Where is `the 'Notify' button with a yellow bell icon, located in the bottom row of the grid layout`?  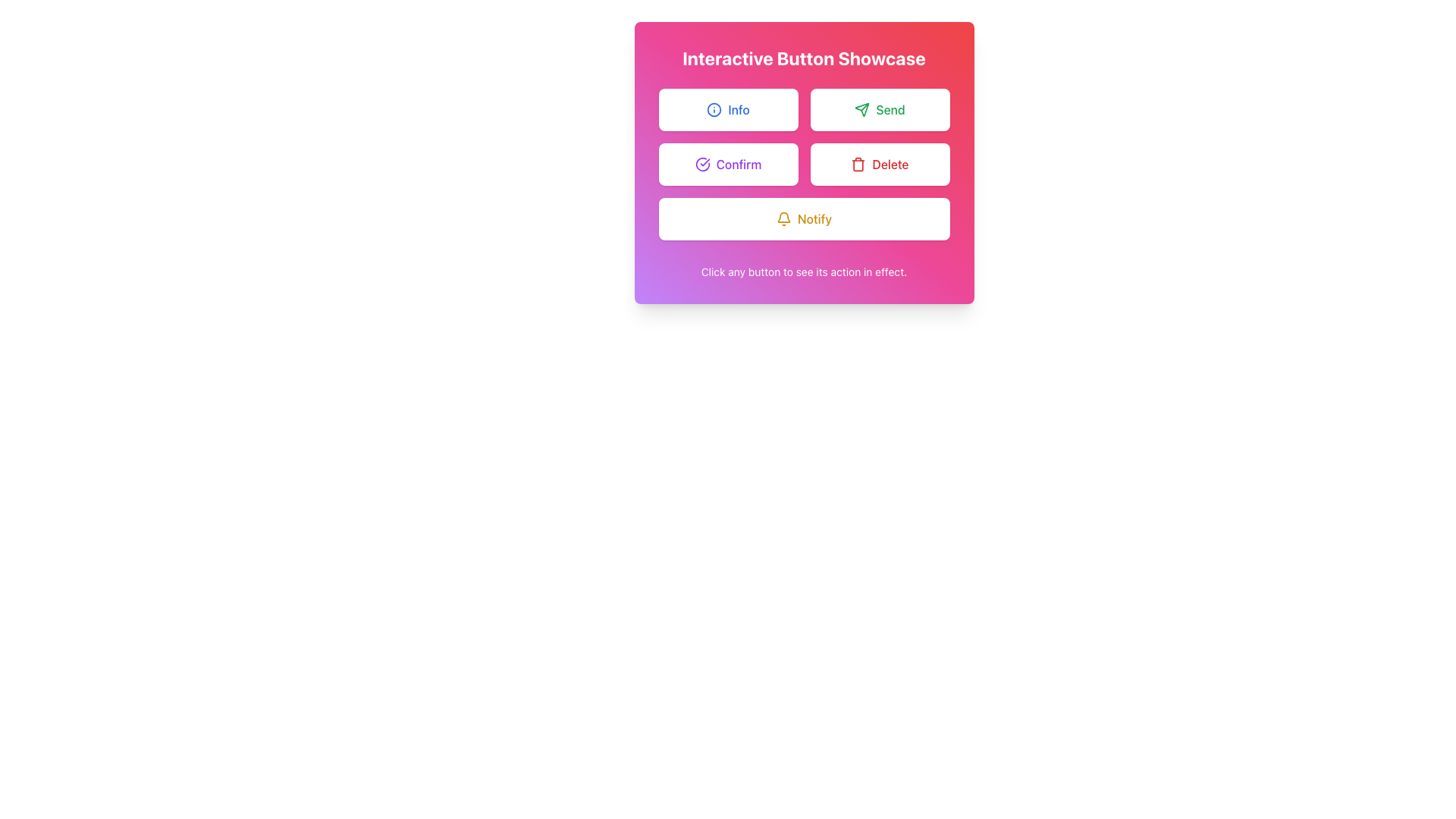
the 'Notify' button with a yellow bell icon, located in the bottom row of the grid layout is located at coordinates (803, 219).